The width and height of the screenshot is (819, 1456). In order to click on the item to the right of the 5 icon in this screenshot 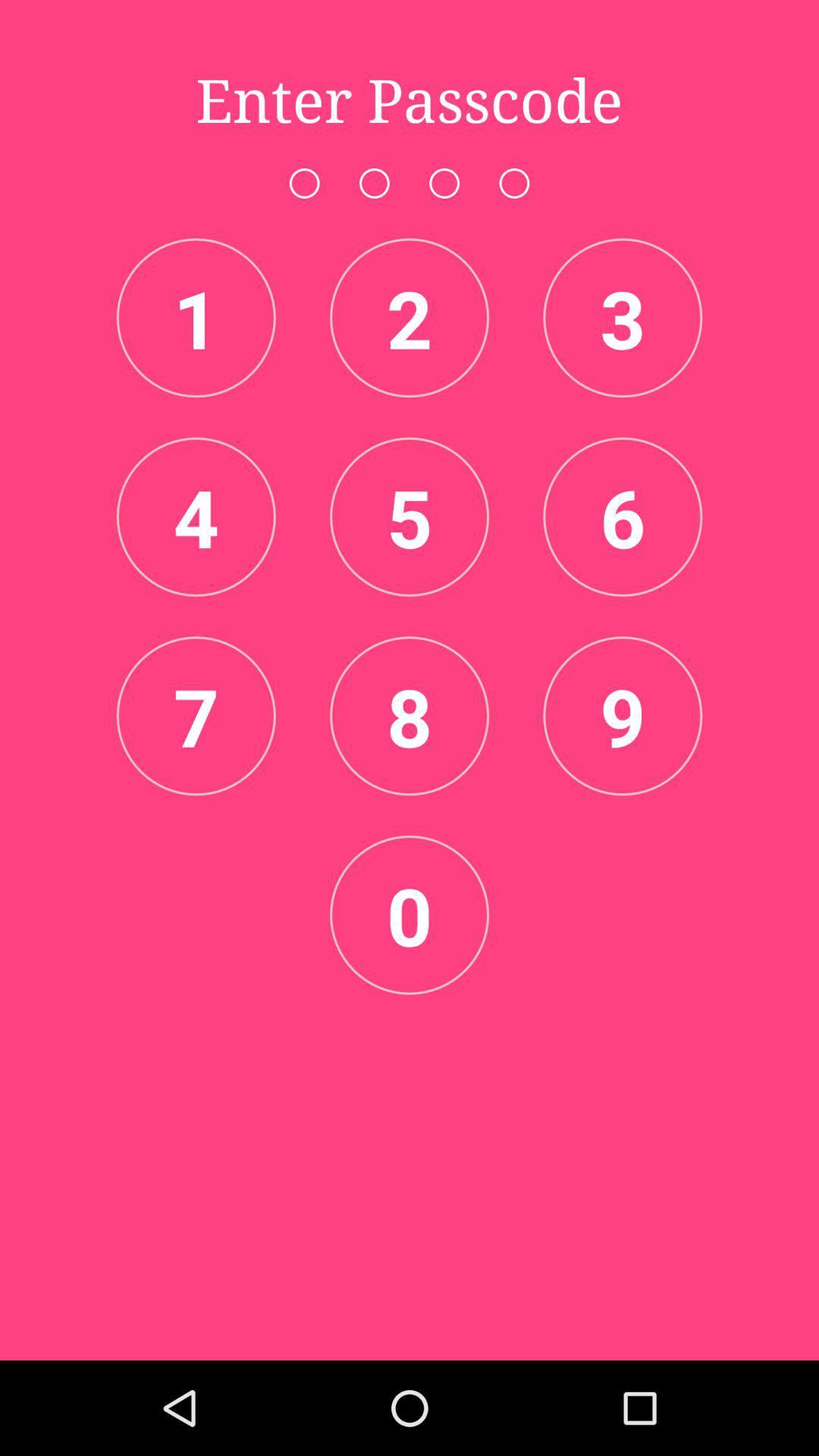, I will do `click(623, 516)`.